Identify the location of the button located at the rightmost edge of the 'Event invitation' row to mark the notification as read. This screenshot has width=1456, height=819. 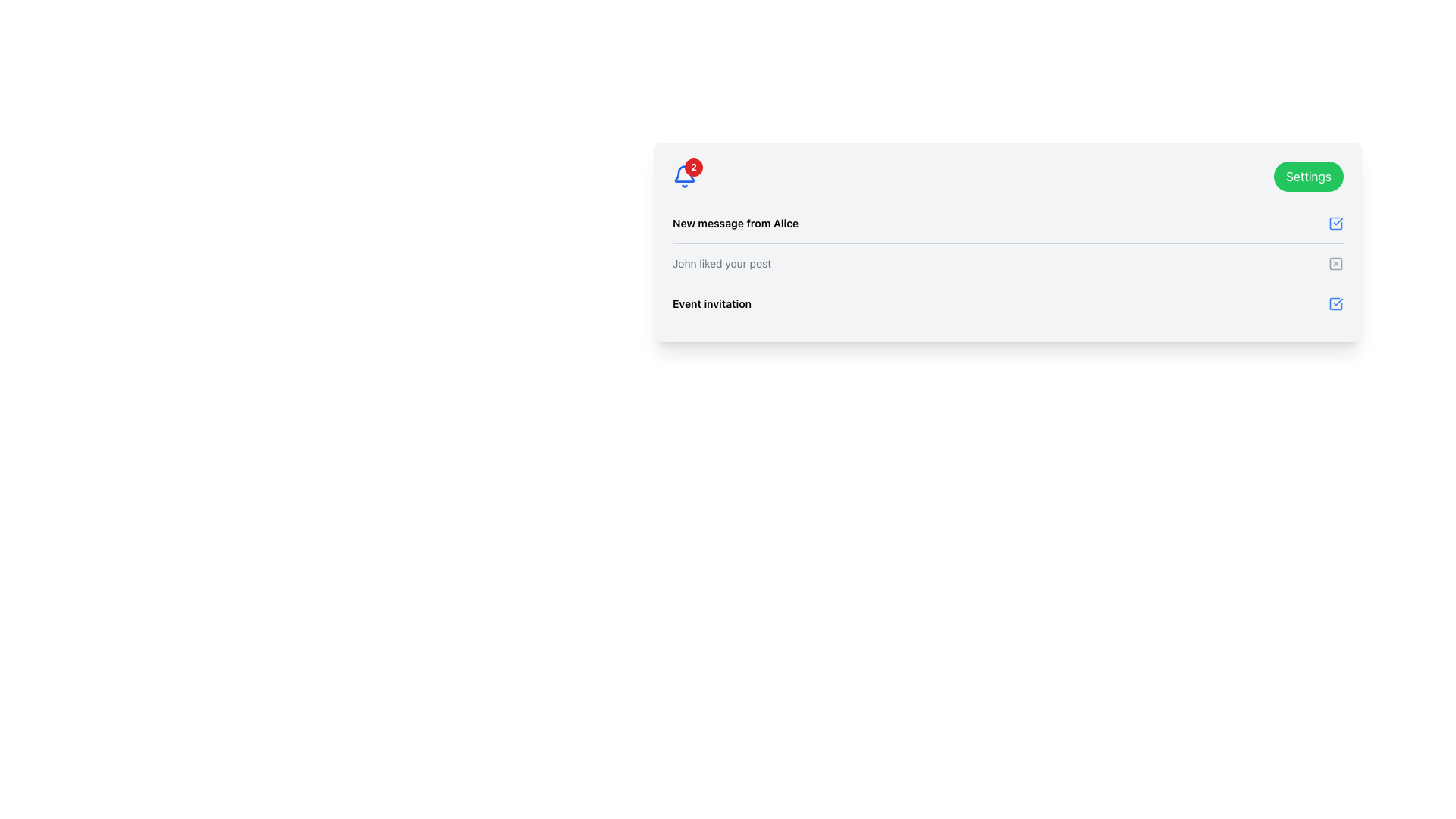
(1335, 304).